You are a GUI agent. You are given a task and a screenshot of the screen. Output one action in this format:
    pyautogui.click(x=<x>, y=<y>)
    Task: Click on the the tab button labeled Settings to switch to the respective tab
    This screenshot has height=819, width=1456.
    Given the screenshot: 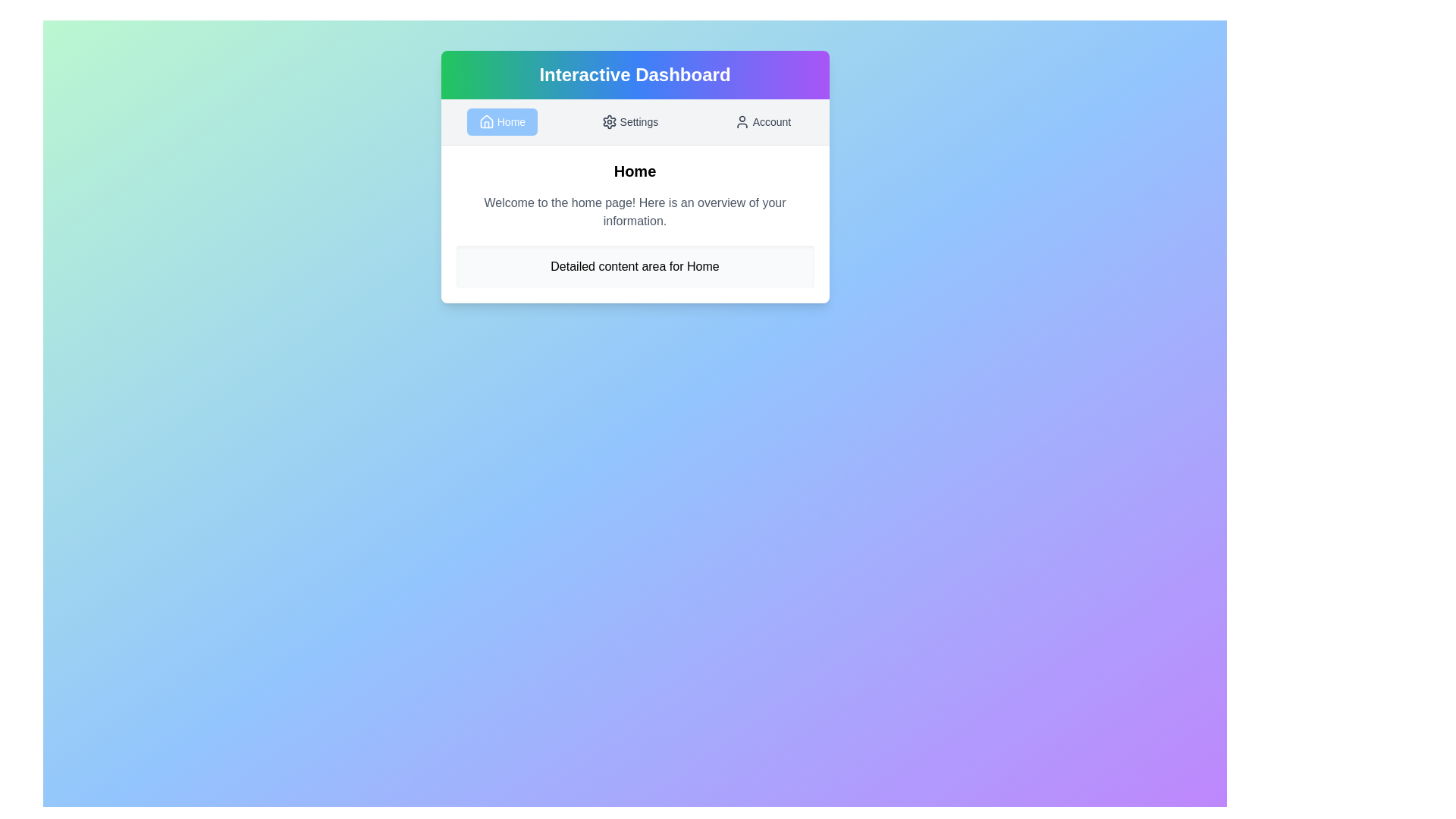 What is the action you would take?
    pyautogui.click(x=629, y=121)
    